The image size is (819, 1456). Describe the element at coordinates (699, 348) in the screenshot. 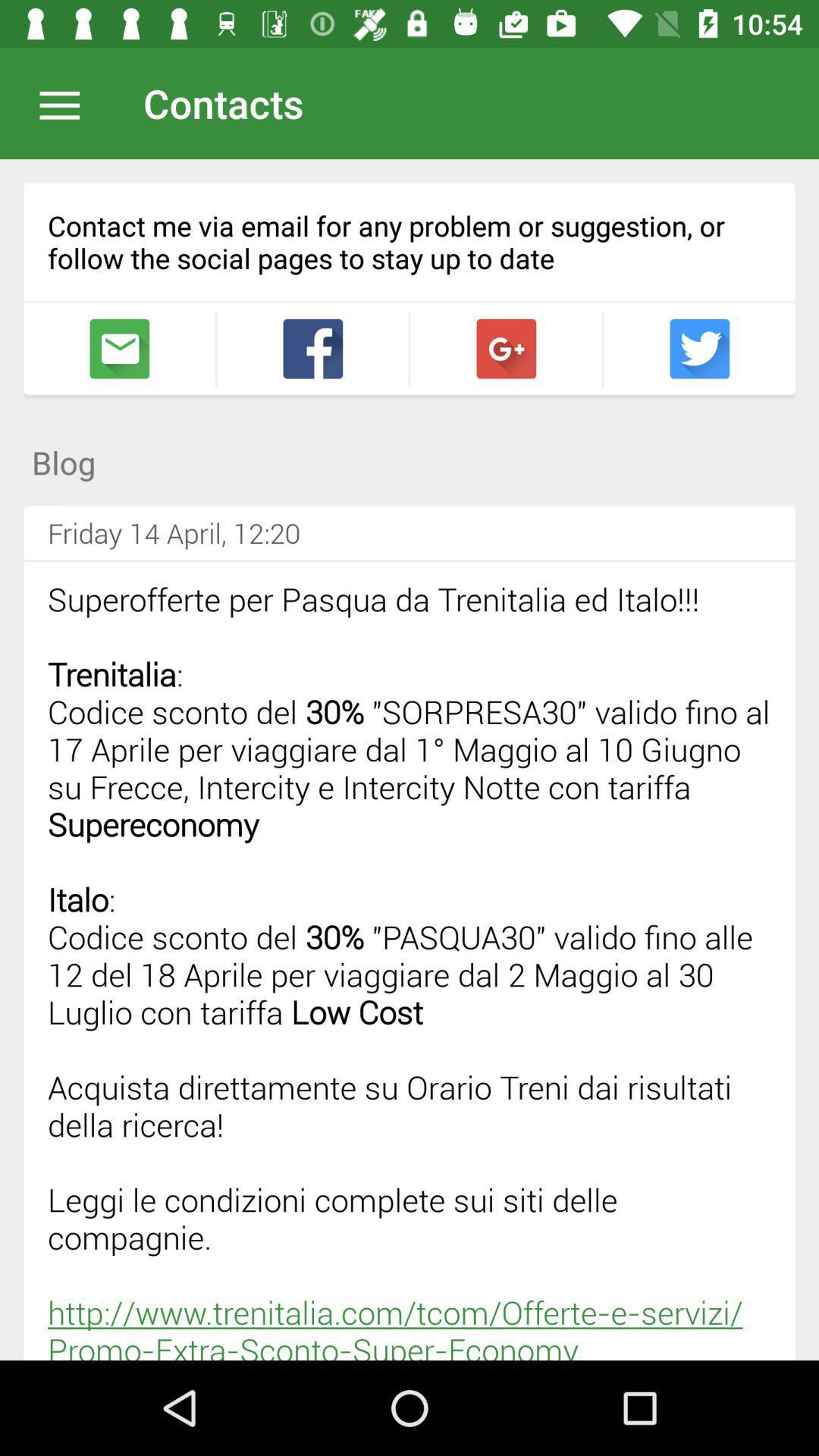

I see `follow on twitter` at that location.